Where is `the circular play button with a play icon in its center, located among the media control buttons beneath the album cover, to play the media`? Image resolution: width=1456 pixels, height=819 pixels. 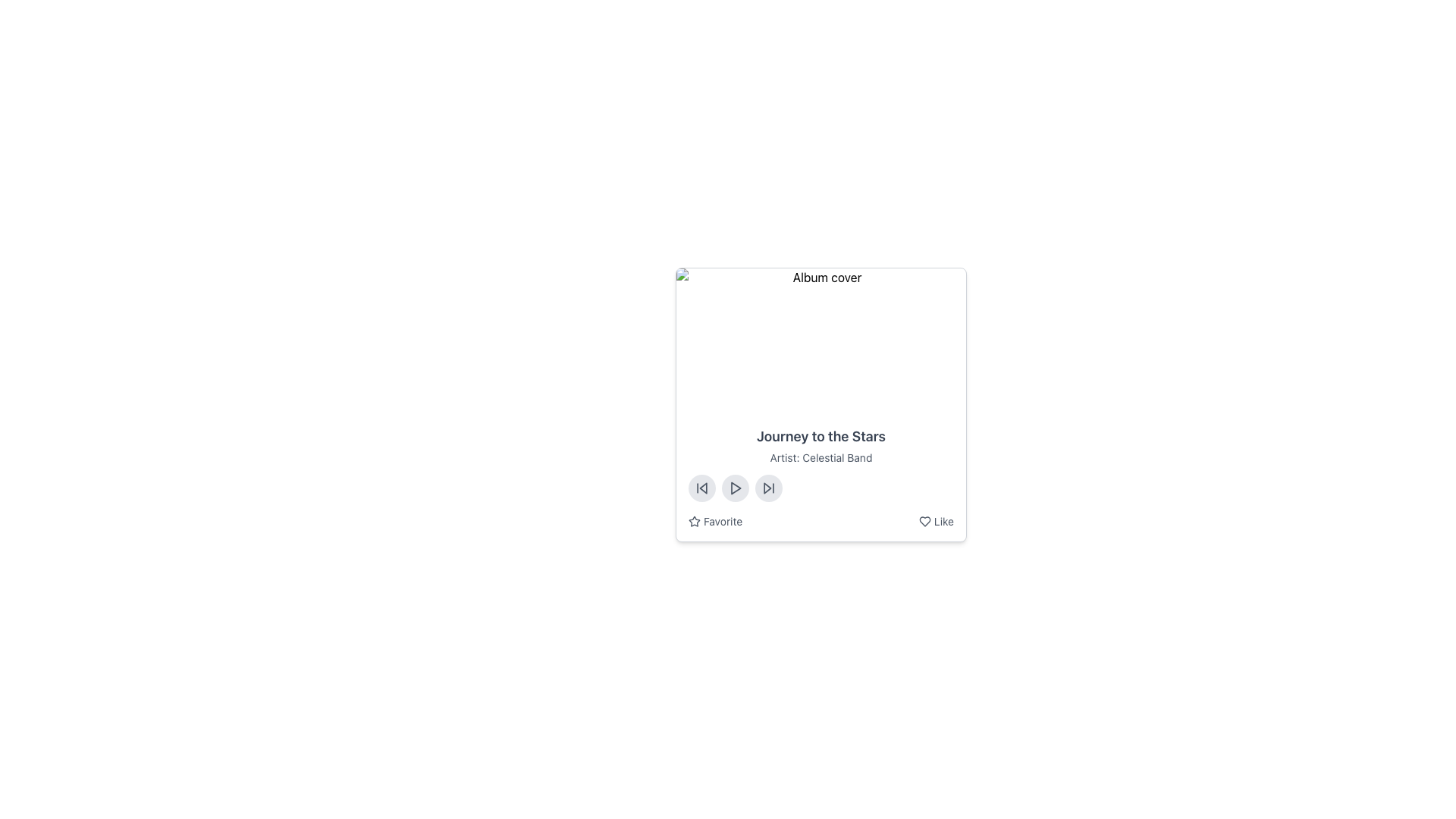 the circular play button with a play icon in its center, located among the media control buttons beneath the album cover, to play the media is located at coordinates (735, 488).